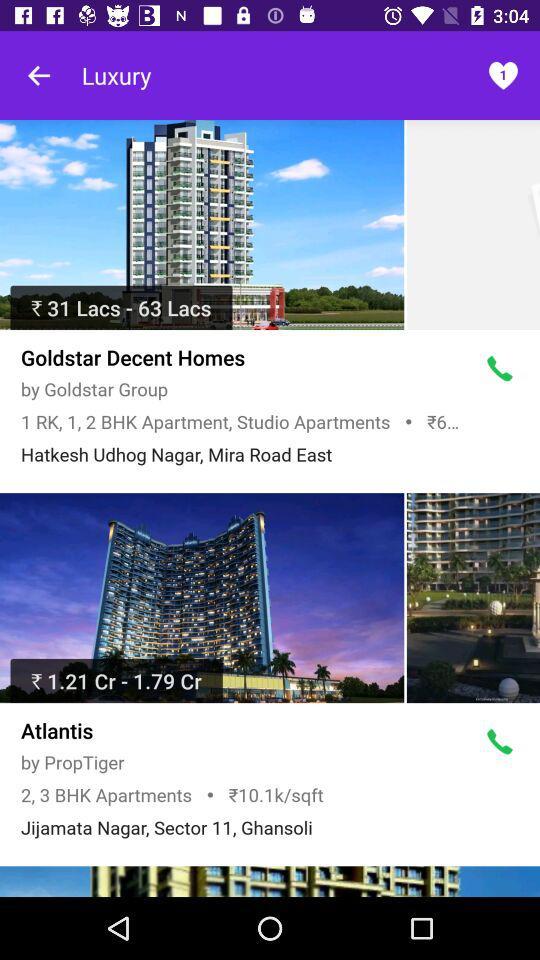 The height and width of the screenshot is (960, 540). What do you see at coordinates (501, 75) in the screenshot?
I see `the icon next to the luxury icon` at bounding box center [501, 75].